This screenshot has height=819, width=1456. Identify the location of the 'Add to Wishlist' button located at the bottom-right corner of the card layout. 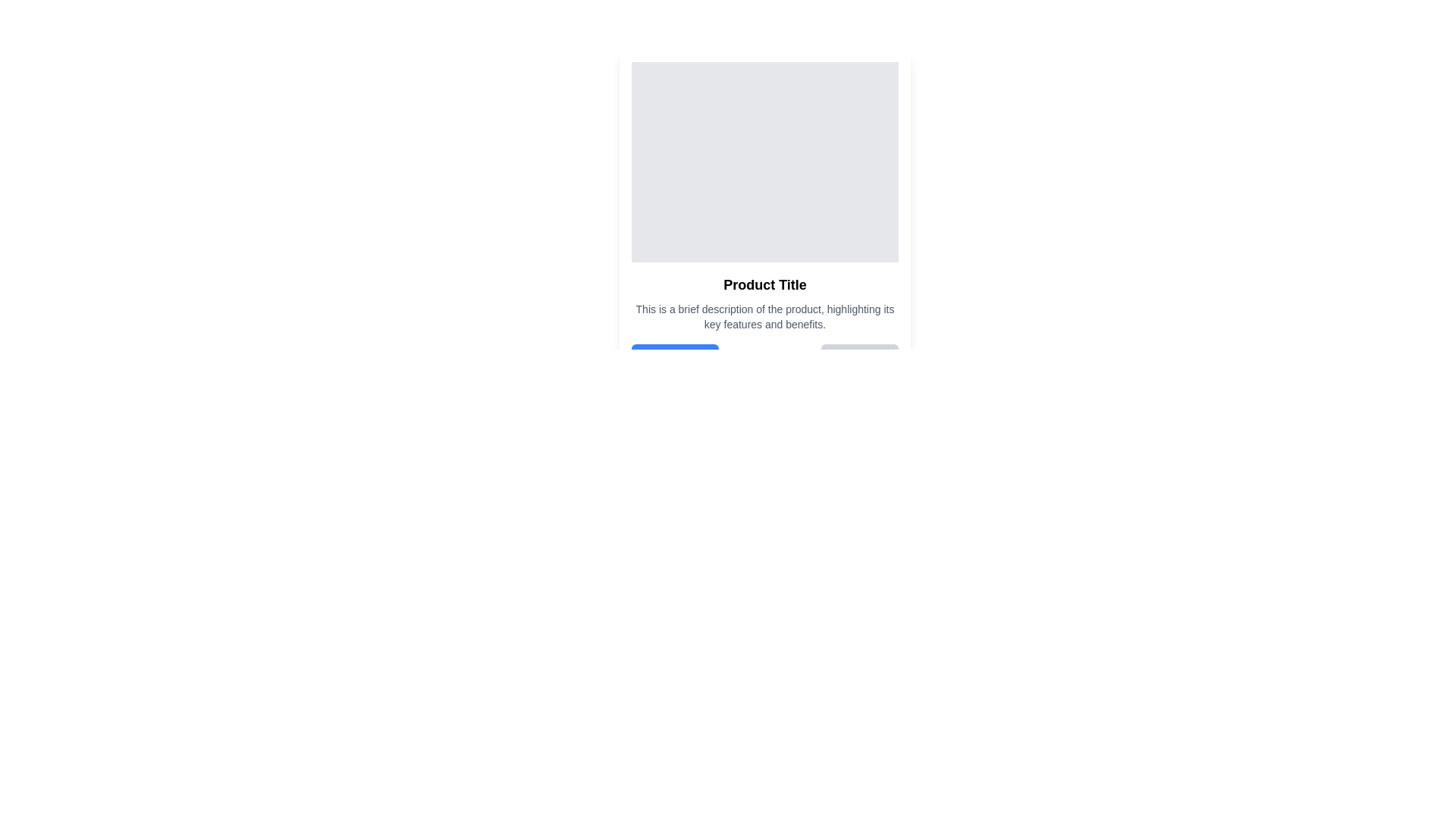
(860, 357).